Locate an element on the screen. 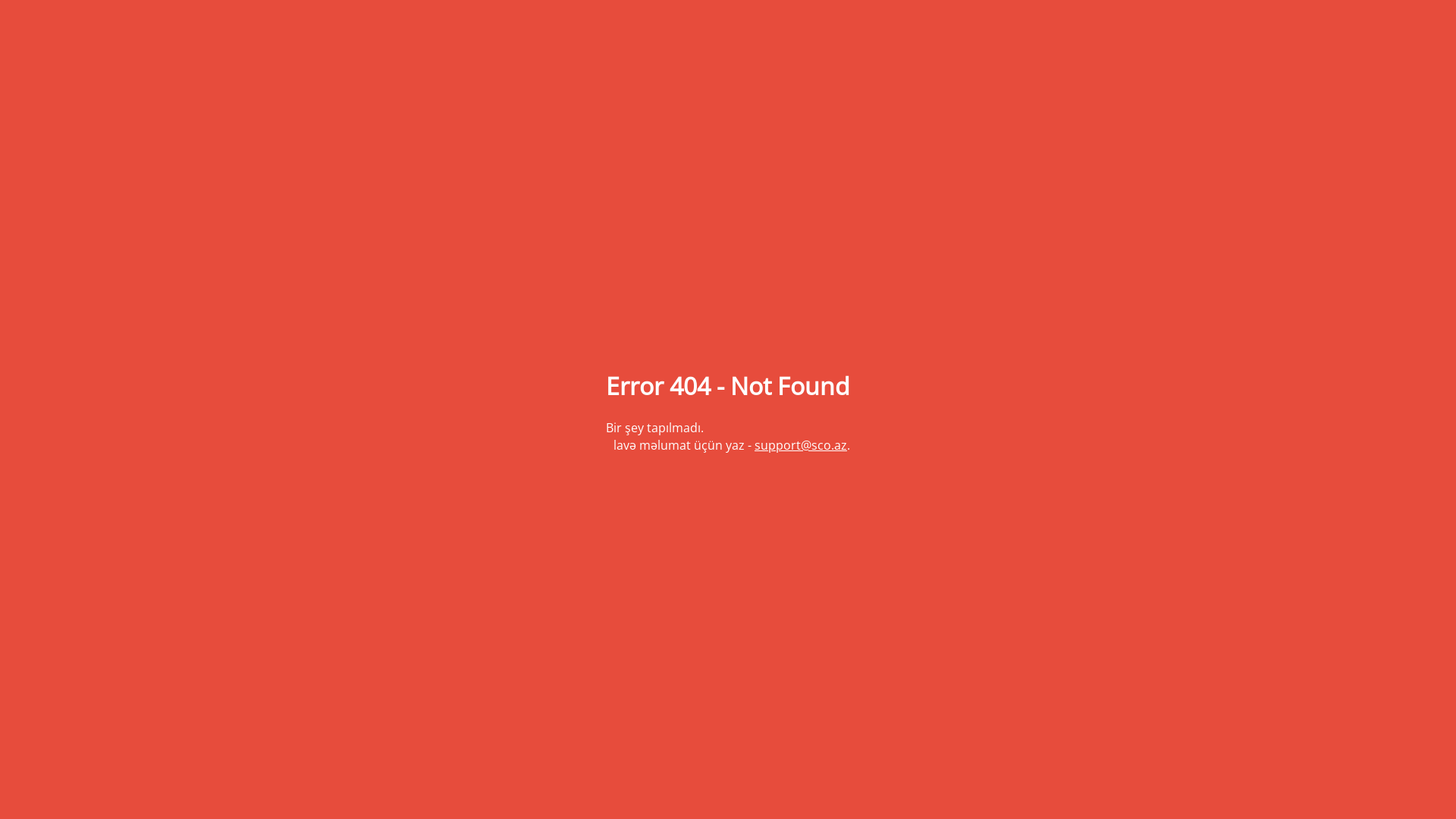  'support@sco.az' is located at coordinates (800, 444).